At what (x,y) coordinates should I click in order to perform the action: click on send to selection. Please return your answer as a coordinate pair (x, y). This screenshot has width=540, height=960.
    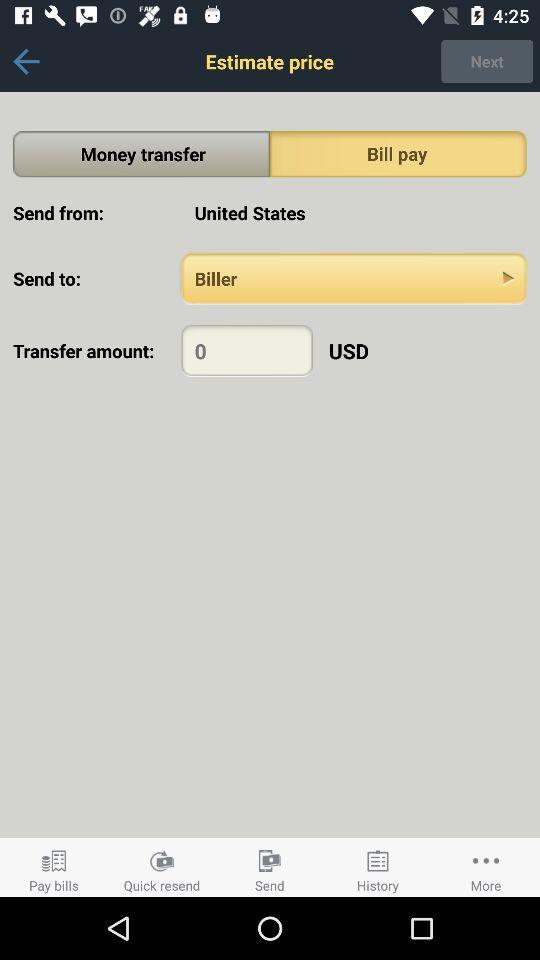
    Looking at the image, I should click on (353, 277).